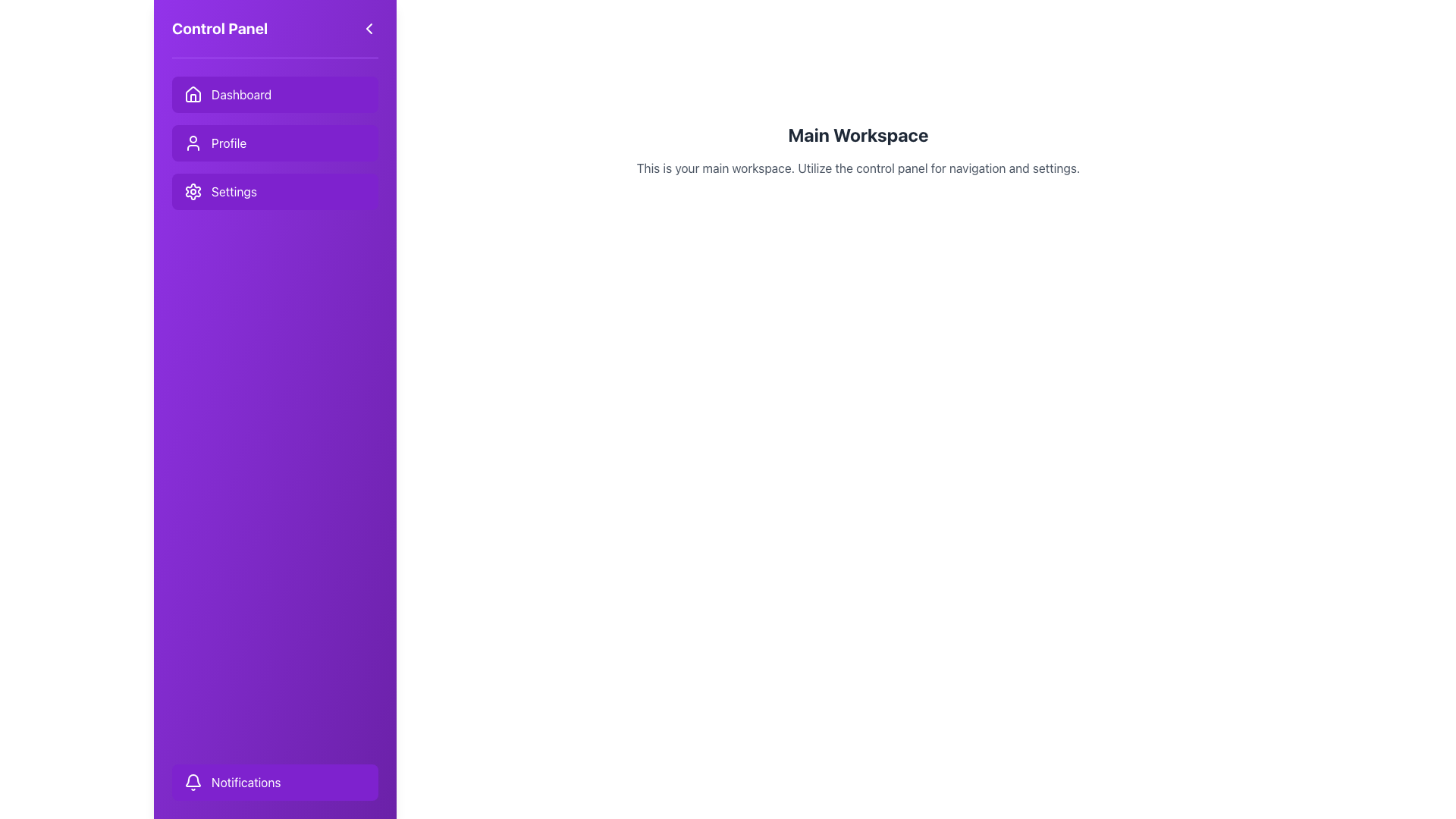 This screenshot has width=1456, height=819. What do you see at coordinates (219, 29) in the screenshot?
I see `the 'Control Panel' label located at the top left corner of the sidebar menu` at bounding box center [219, 29].